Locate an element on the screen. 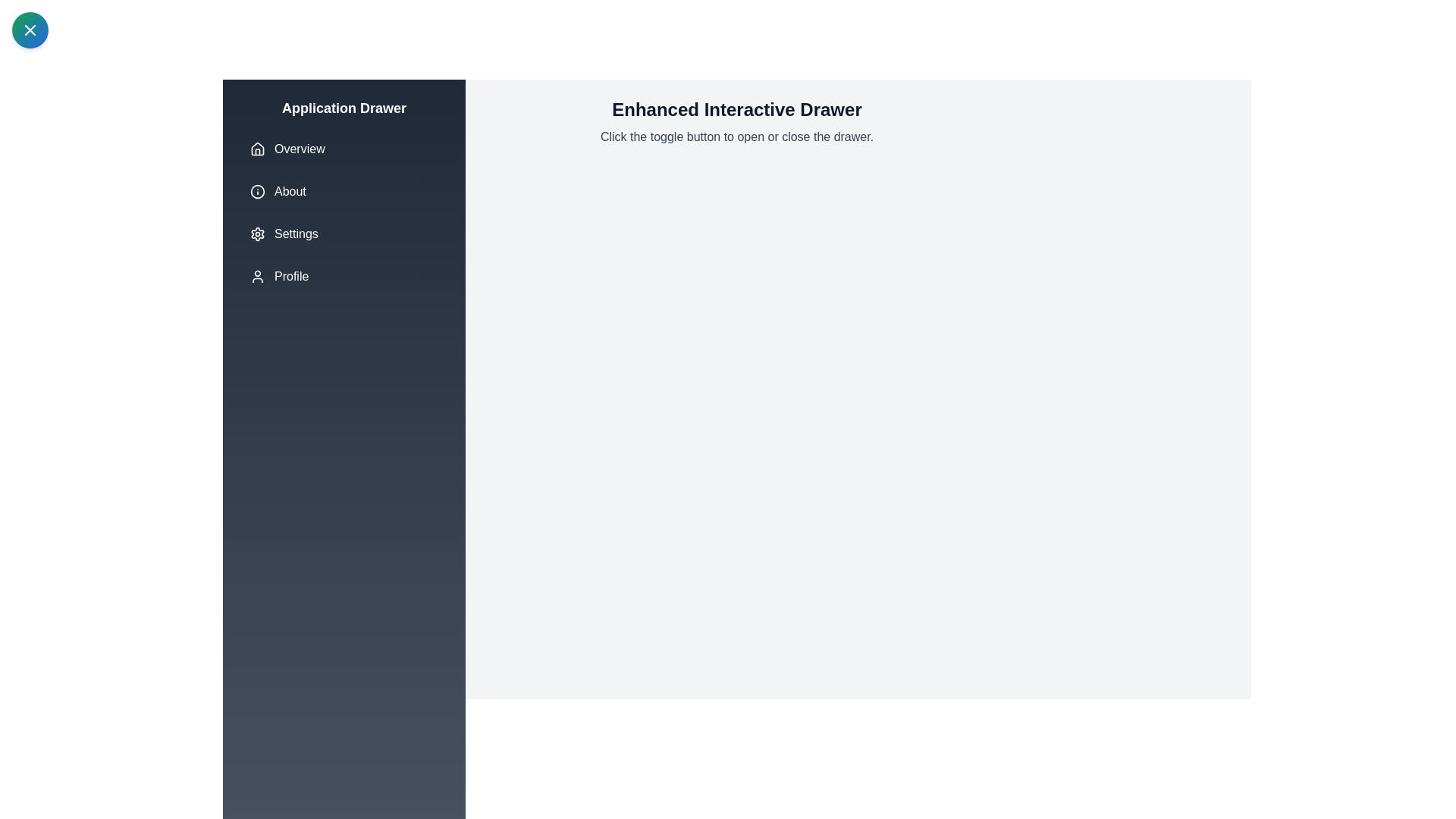  the section Settings in the drawer menu is located at coordinates (344, 234).